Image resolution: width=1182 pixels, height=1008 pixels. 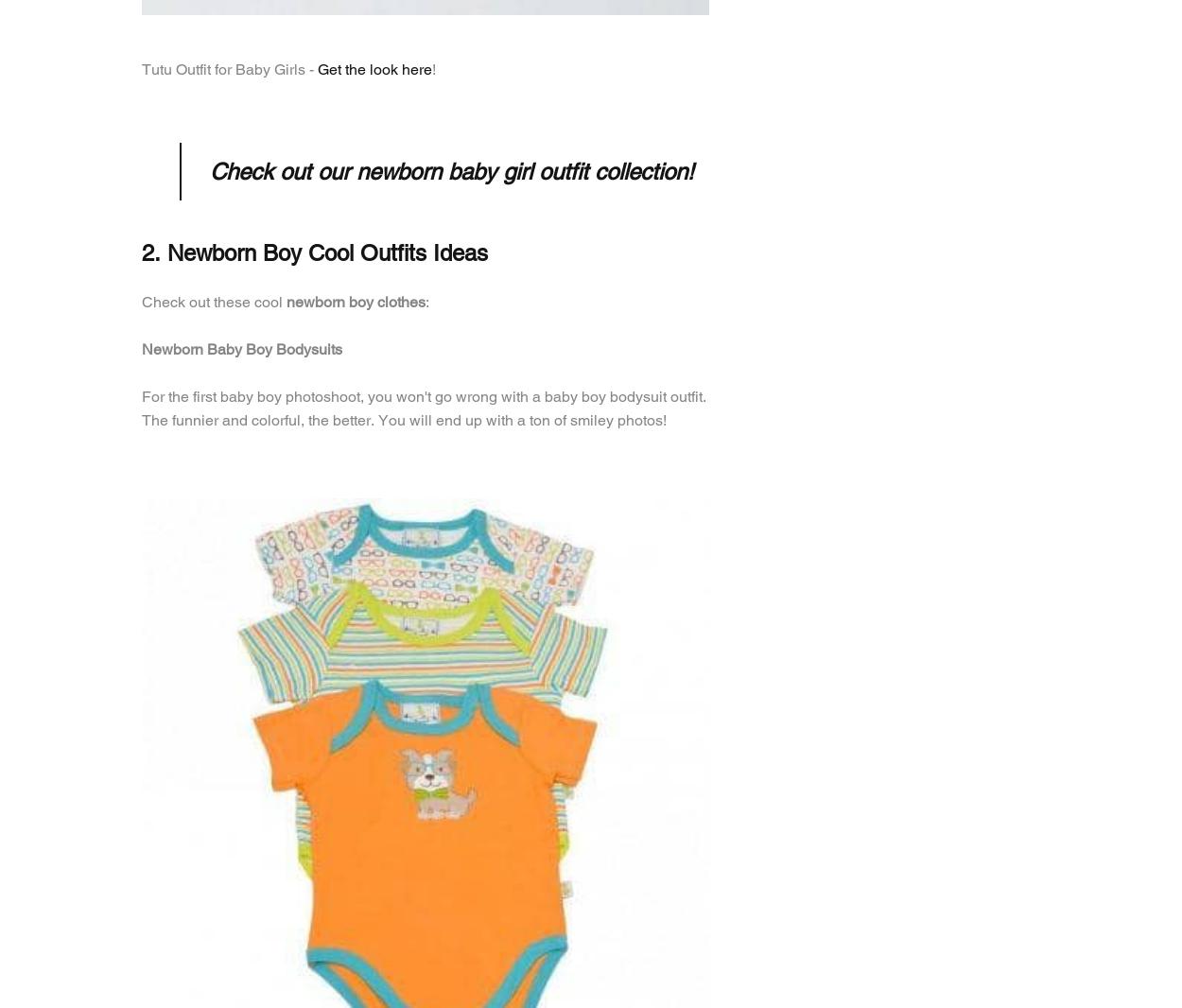 What do you see at coordinates (209, 170) in the screenshot?
I see `'Check out our'` at bounding box center [209, 170].